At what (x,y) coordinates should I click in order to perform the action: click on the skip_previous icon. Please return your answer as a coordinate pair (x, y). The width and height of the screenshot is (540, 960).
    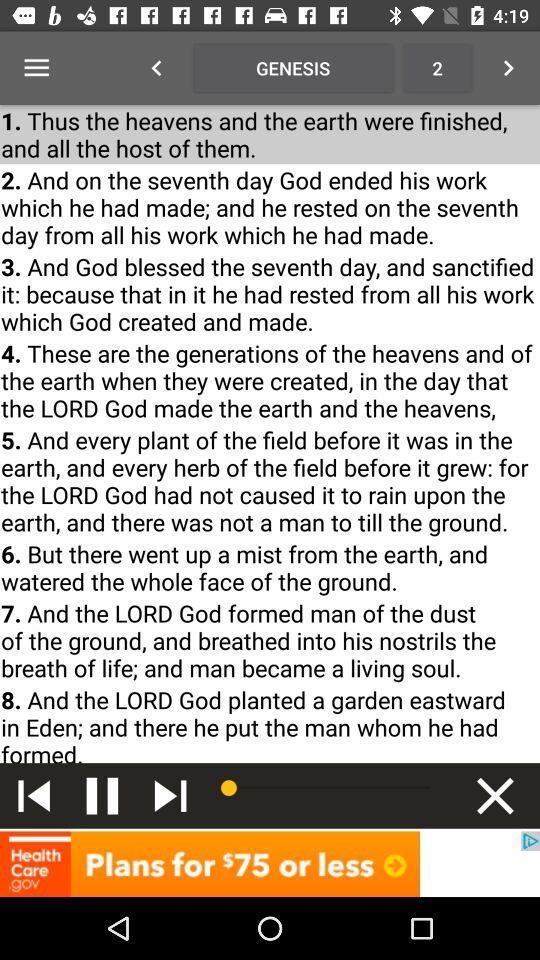
    Looking at the image, I should click on (33, 795).